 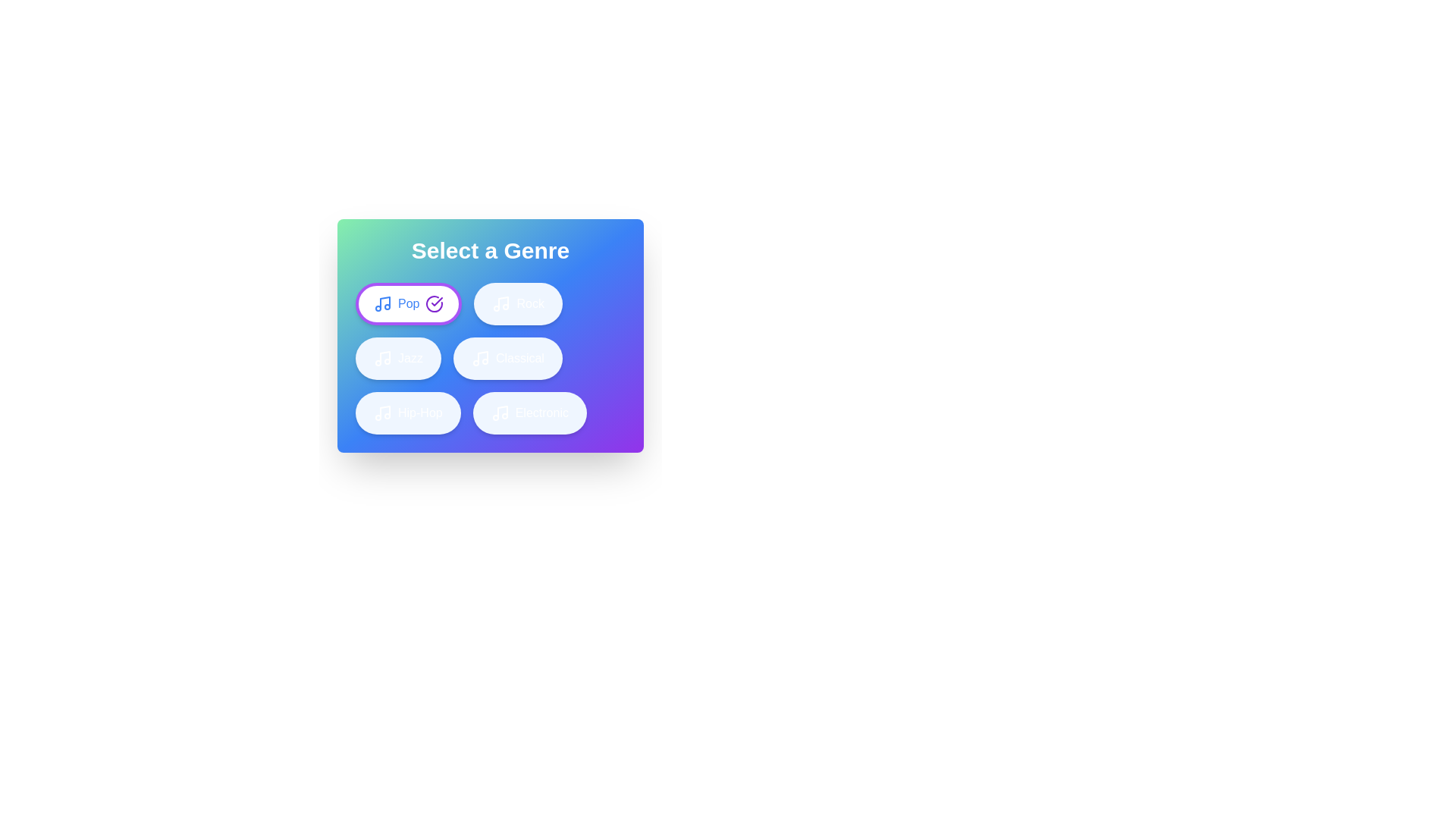 What do you see at coordinates (385, 302) in the screenshot?
I see `the design of the decorative musical note icon located within the left icon of the 'Pop' selection button, which is the first button in the interface panel` at bounding box center [385, 302].